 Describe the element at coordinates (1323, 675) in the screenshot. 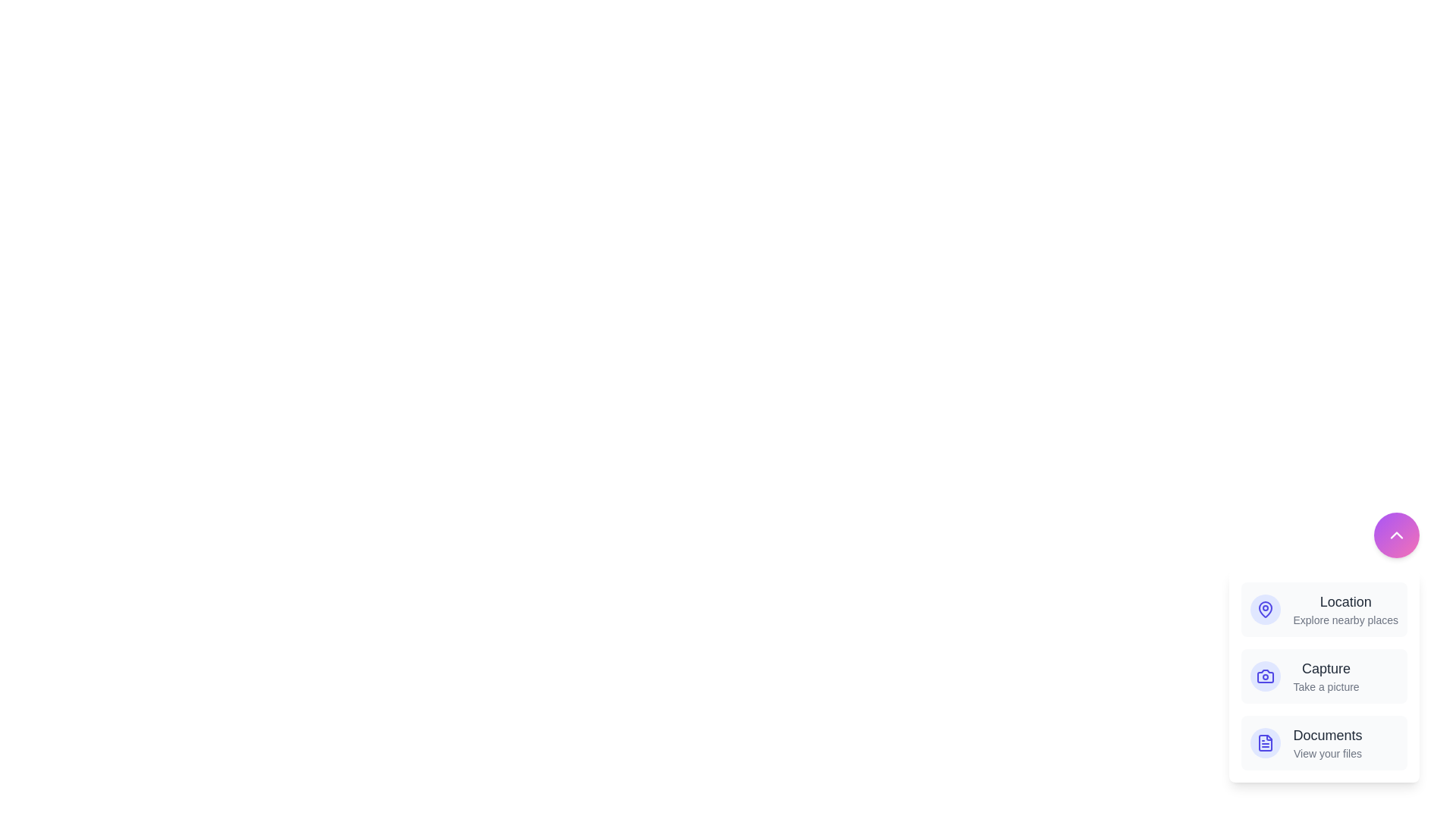

I see `the 'Capture' button to activate the 'Take a picture' action` at that location.